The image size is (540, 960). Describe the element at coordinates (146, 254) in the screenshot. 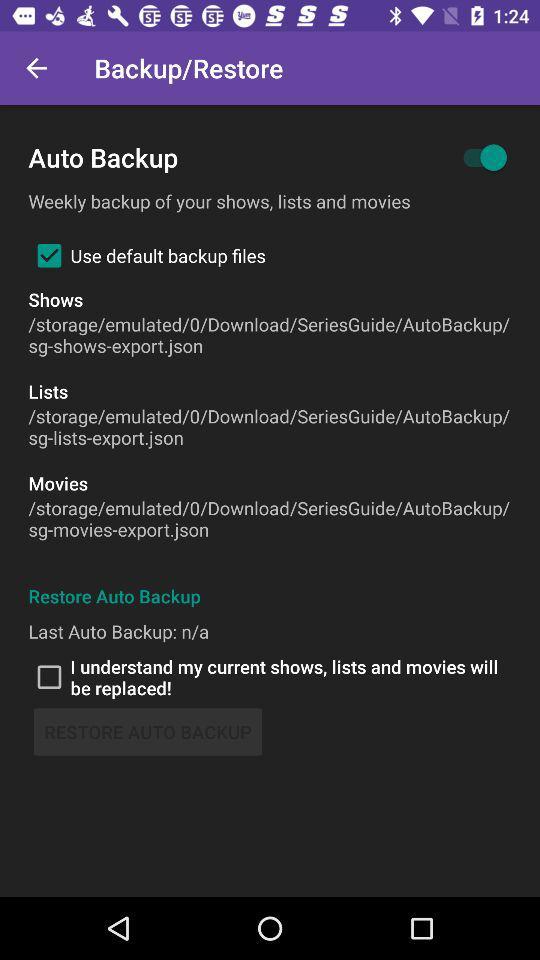

I see `icon above the shows` at that location.